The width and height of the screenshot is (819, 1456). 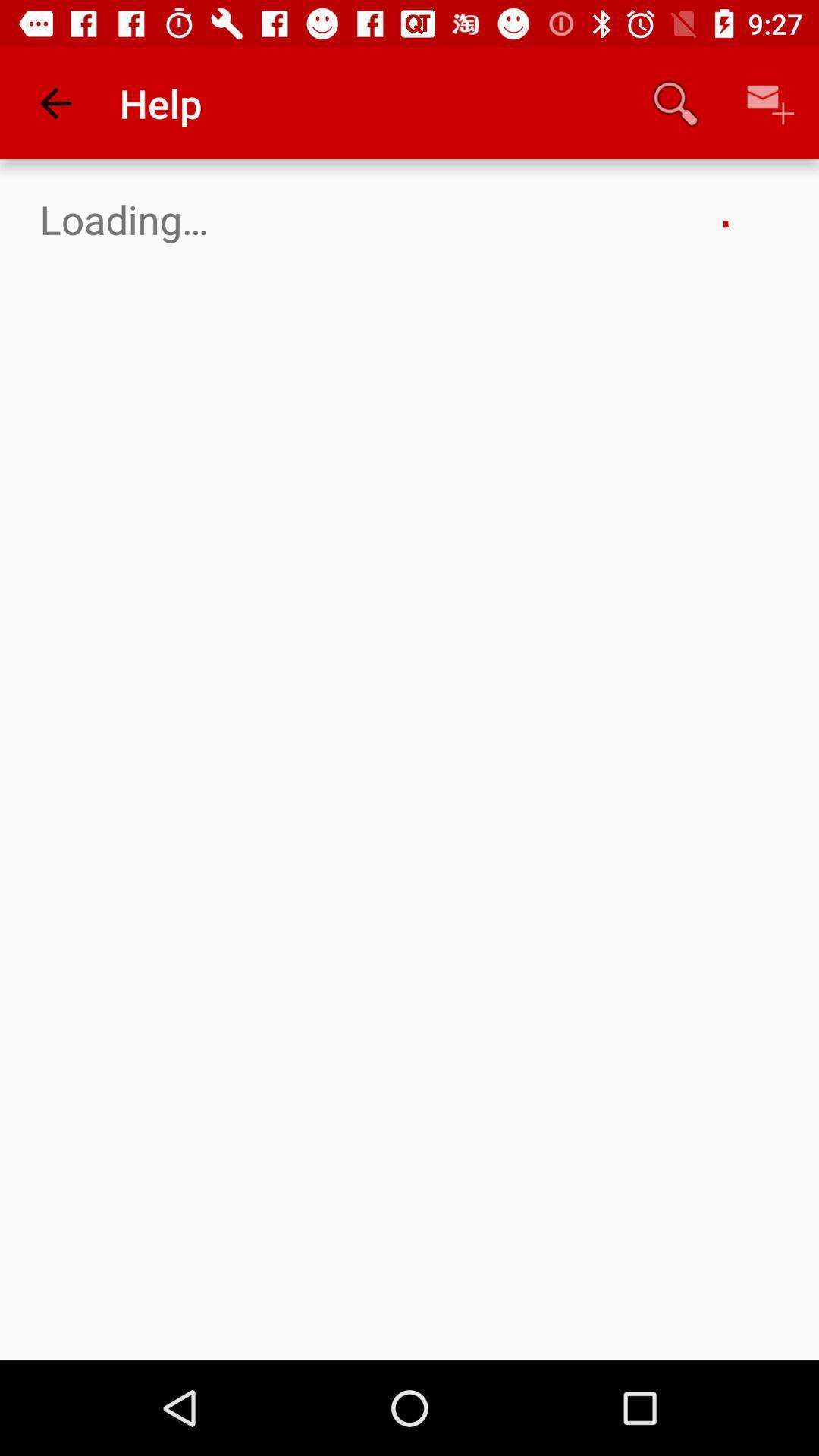 I want to click on icon next to the help item, so click(x=55, y=102).